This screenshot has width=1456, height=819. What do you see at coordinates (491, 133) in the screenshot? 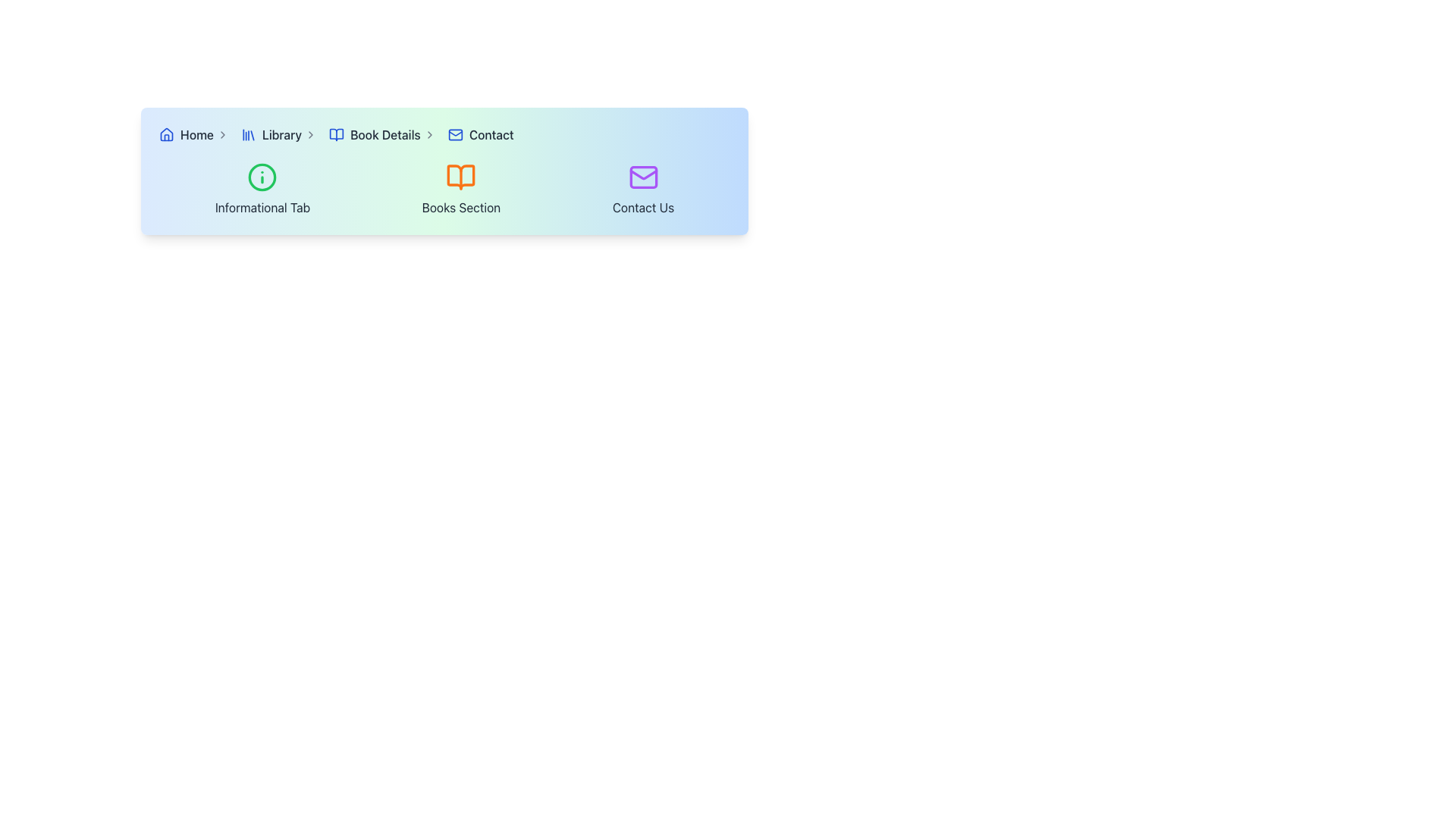
I see `the 'Contact' link element, which is a text label in gray that turns blue on hover and is paired with a small mail icon` at bounding box center [491, 133].